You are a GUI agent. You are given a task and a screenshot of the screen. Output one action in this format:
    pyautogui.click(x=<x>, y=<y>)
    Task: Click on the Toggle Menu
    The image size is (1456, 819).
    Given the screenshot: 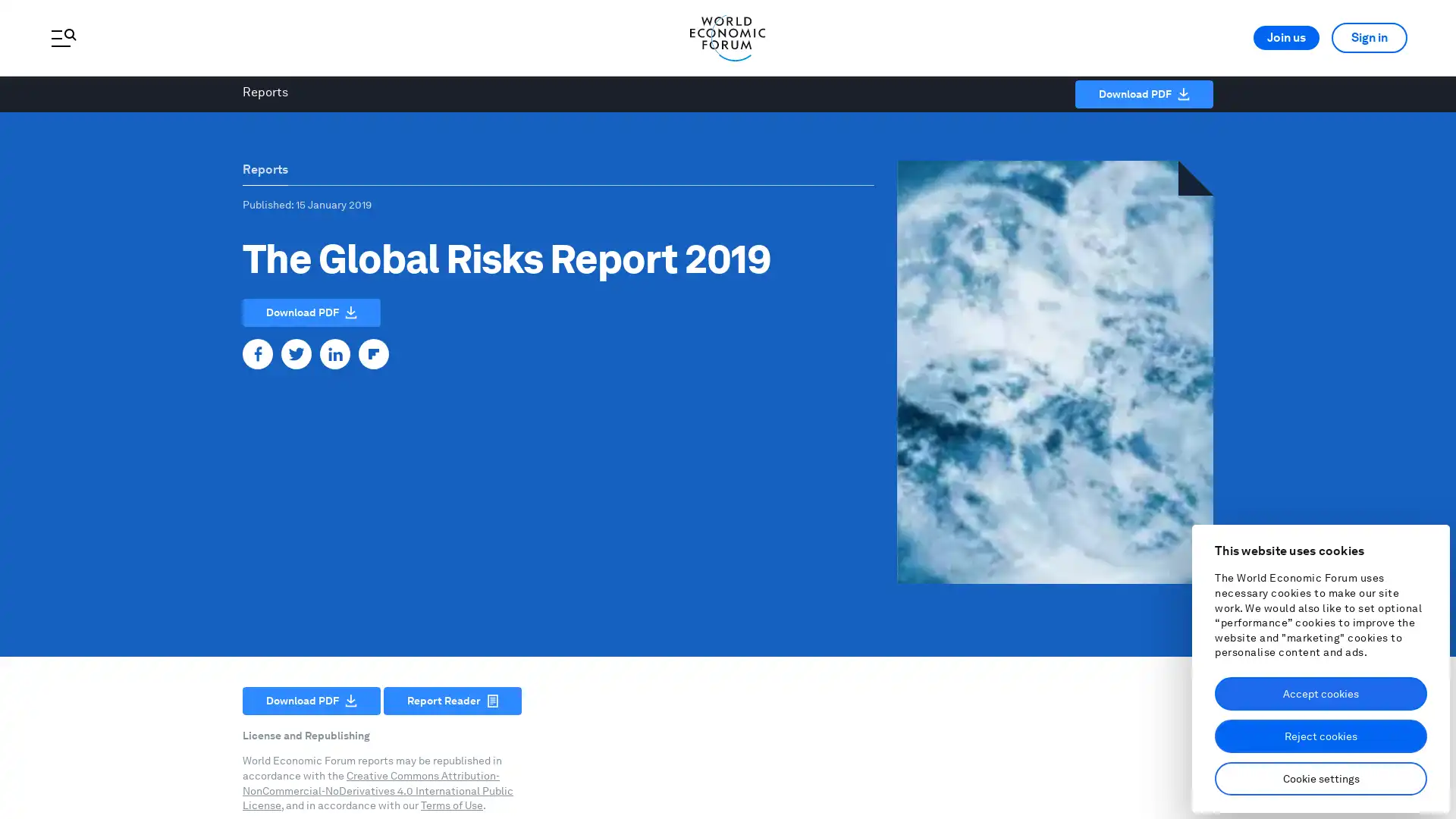 What is the action you would take?
    pyautogui.click(x=62, y=37)
    